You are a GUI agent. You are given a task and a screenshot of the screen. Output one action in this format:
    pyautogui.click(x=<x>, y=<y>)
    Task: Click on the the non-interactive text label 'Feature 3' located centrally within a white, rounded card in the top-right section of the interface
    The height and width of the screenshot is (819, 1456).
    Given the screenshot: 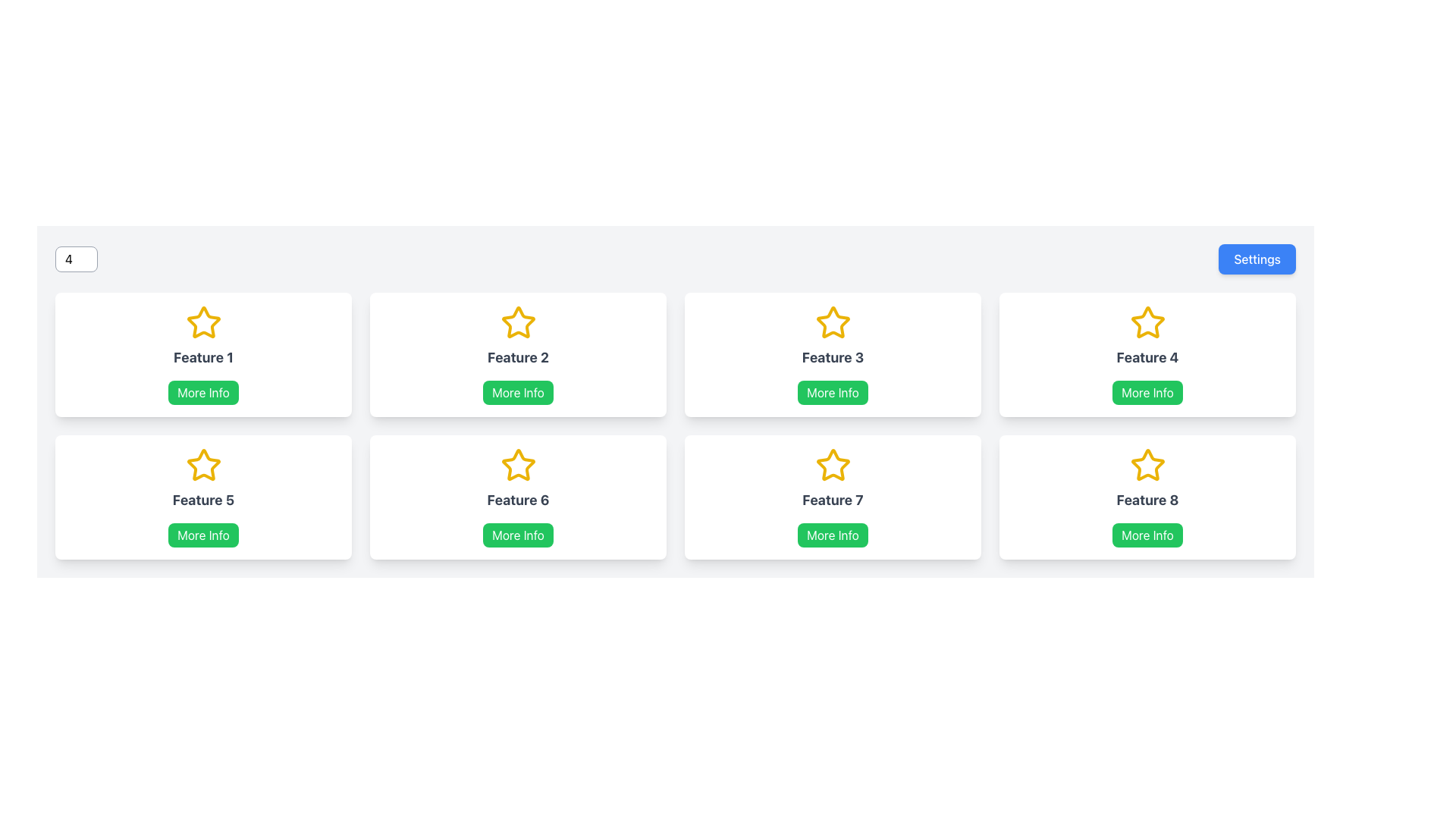 What is the action you would take?
    pyautogui.click(x=832, y=357)
    